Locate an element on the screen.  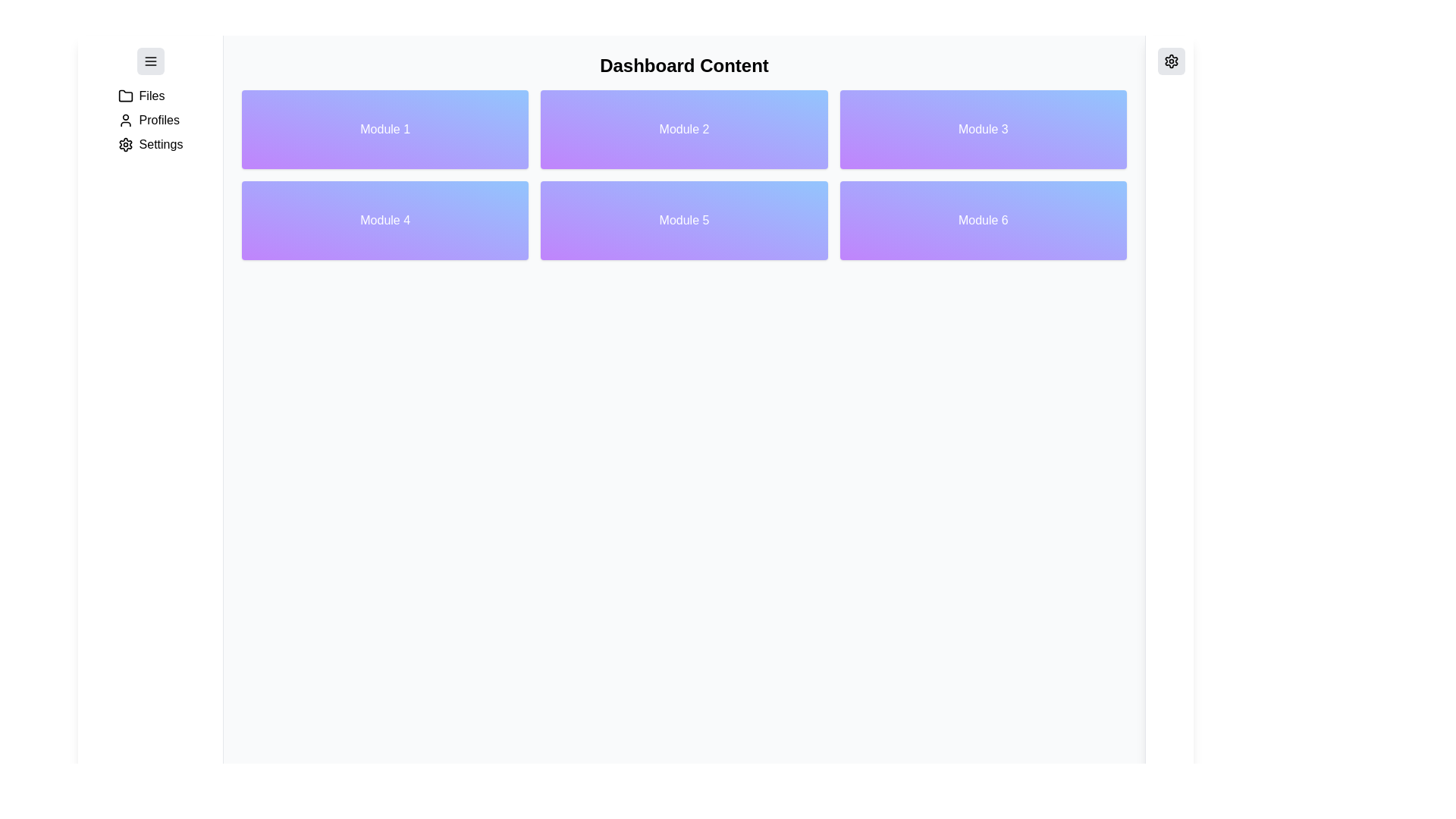
the outlined gear icon located in the top-right corner of the interface is located at coordinates (1171, 61).